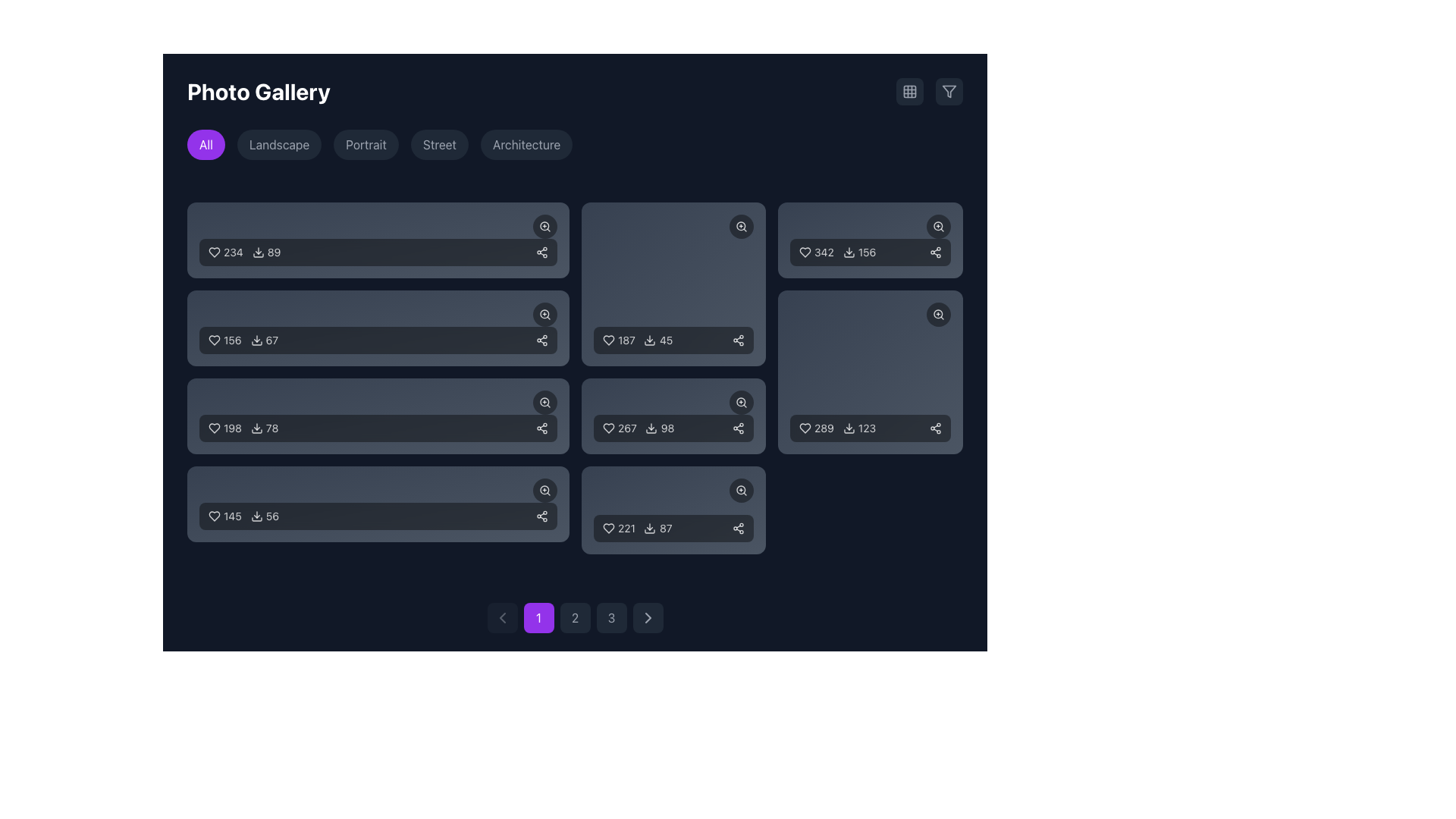 The height and width of the screenshot is (819, 1456). Describe the element at coordinates (667, 428) in the screenshot. I see `the text label displaying the number '98', which is styled in muted white color and located in the bottom-right corner of a grid-style card, next to a download icon` at that location.